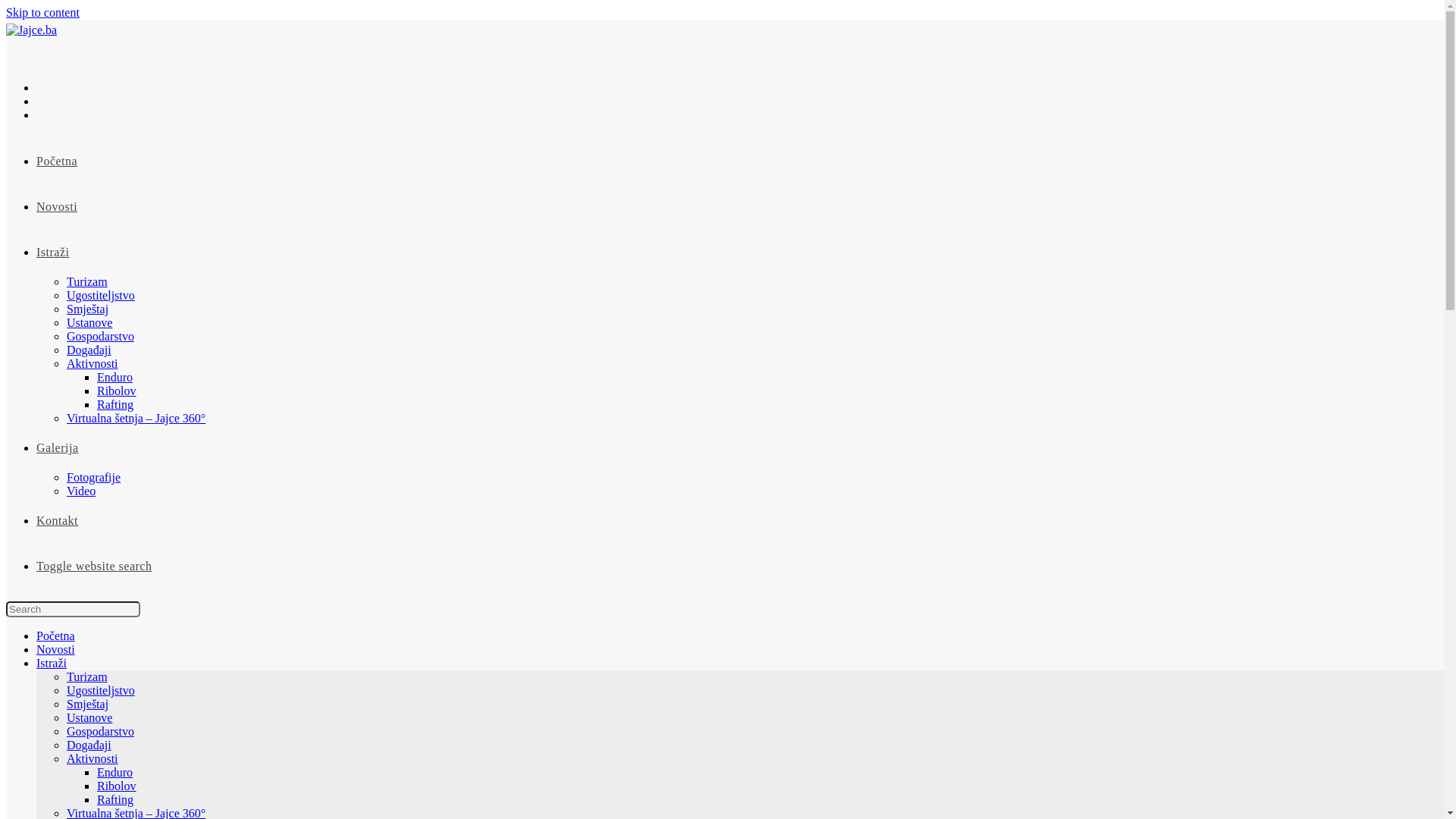 The width and height of the screenshot is (1456, 819). I want to click on 'Skip to content', so click(42, 12).